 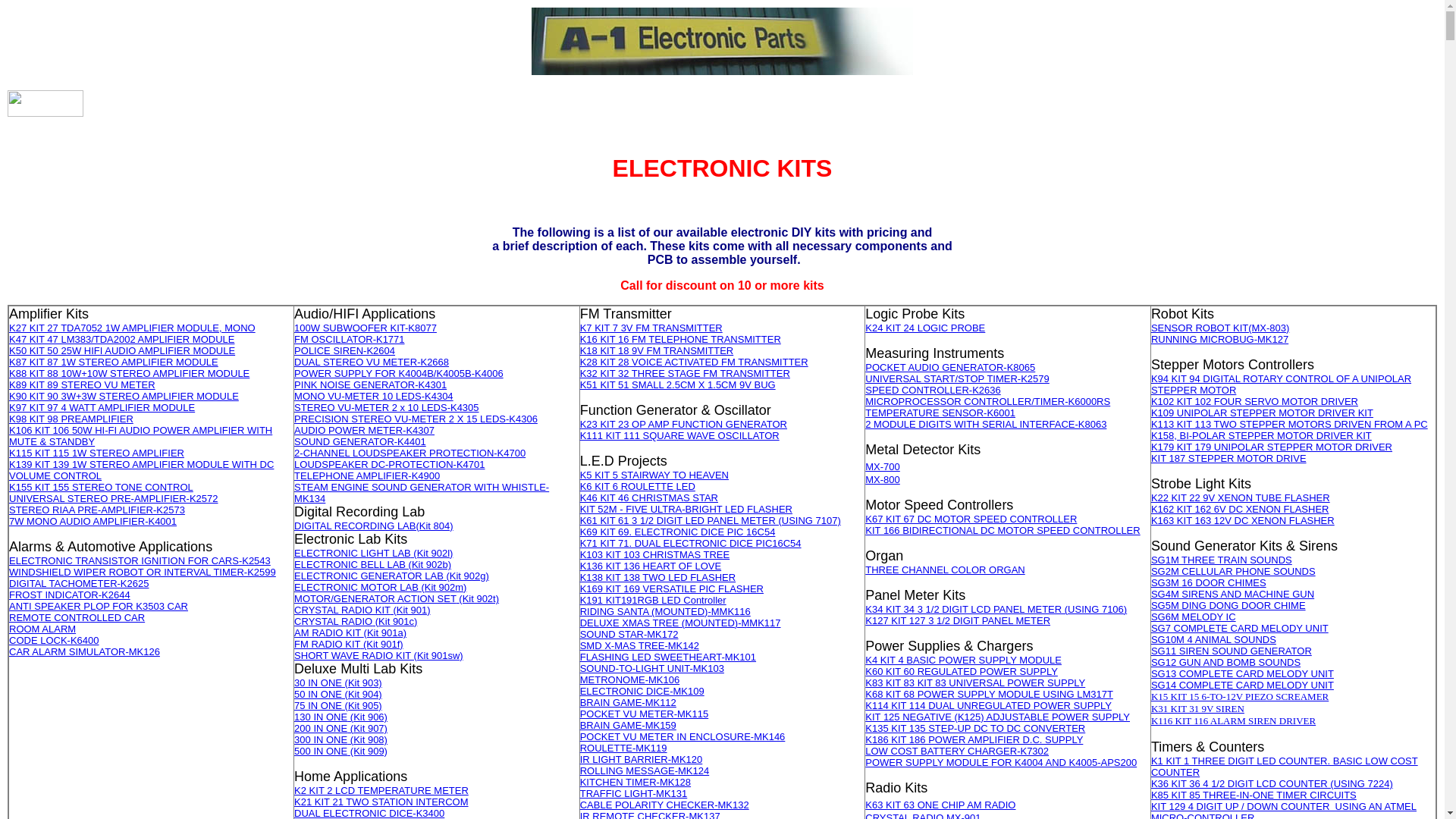 What do you see at coordinates (399, 373) in the screenshot?
I see `'POWER SUPPLY FOR K4004B/K4005B-K4006'` at bounding box center [399, 373].